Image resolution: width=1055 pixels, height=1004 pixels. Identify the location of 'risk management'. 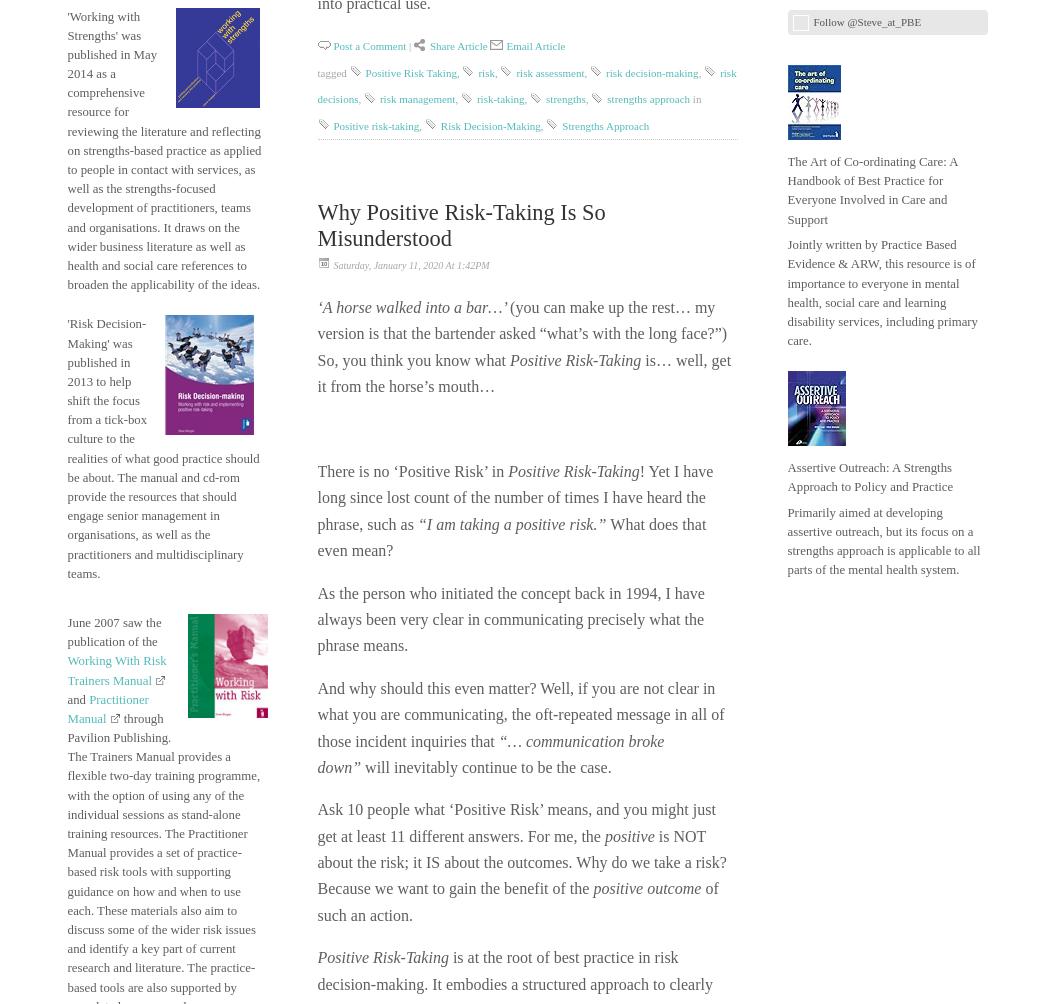
(416, 98).